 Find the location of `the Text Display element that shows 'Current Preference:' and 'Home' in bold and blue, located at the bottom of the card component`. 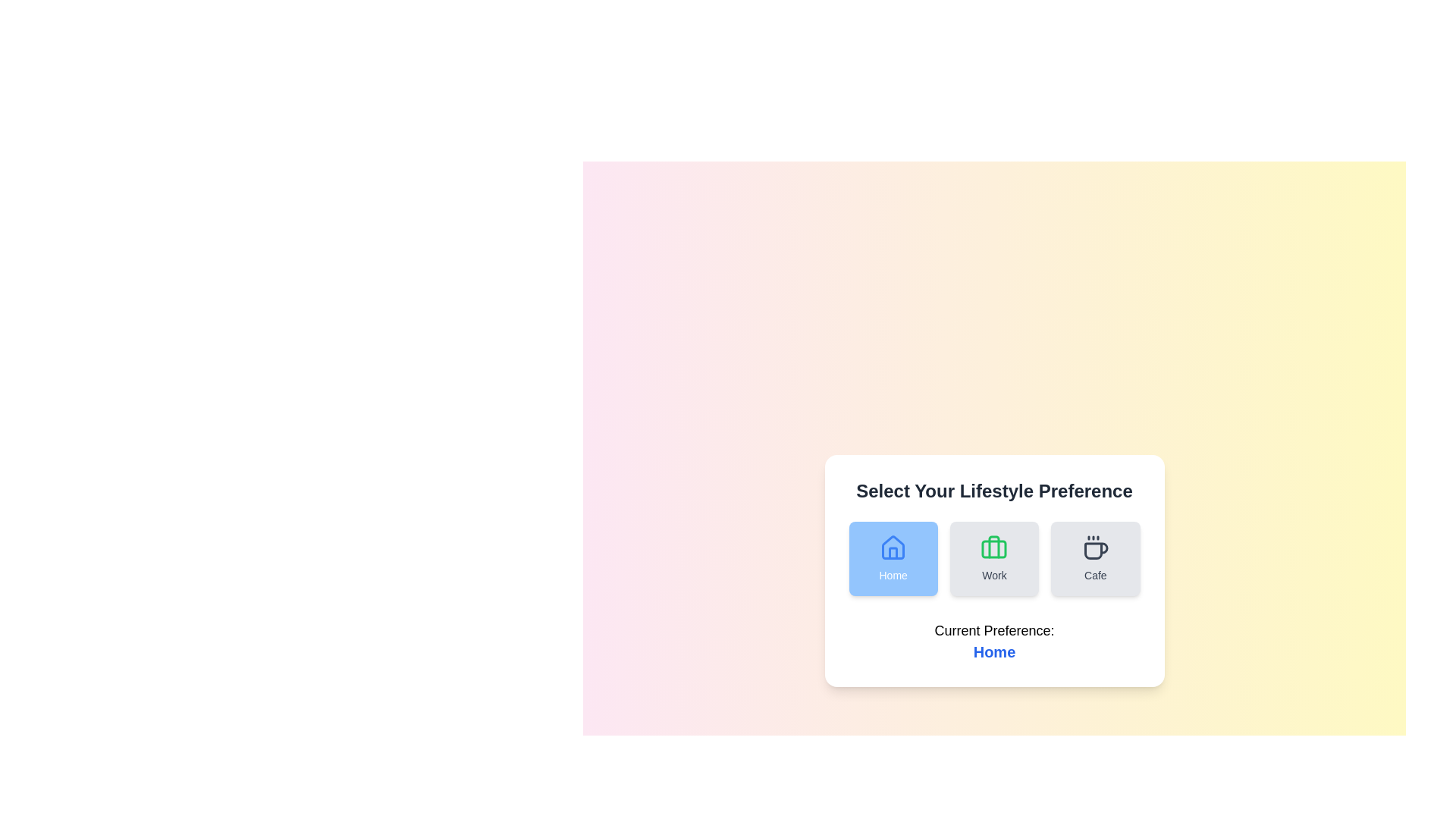

the Text Display element that shows 'Current Preference:' and 'Home' in bold and blue, located at the bottom of the card component is located at coordinates (994, 641).